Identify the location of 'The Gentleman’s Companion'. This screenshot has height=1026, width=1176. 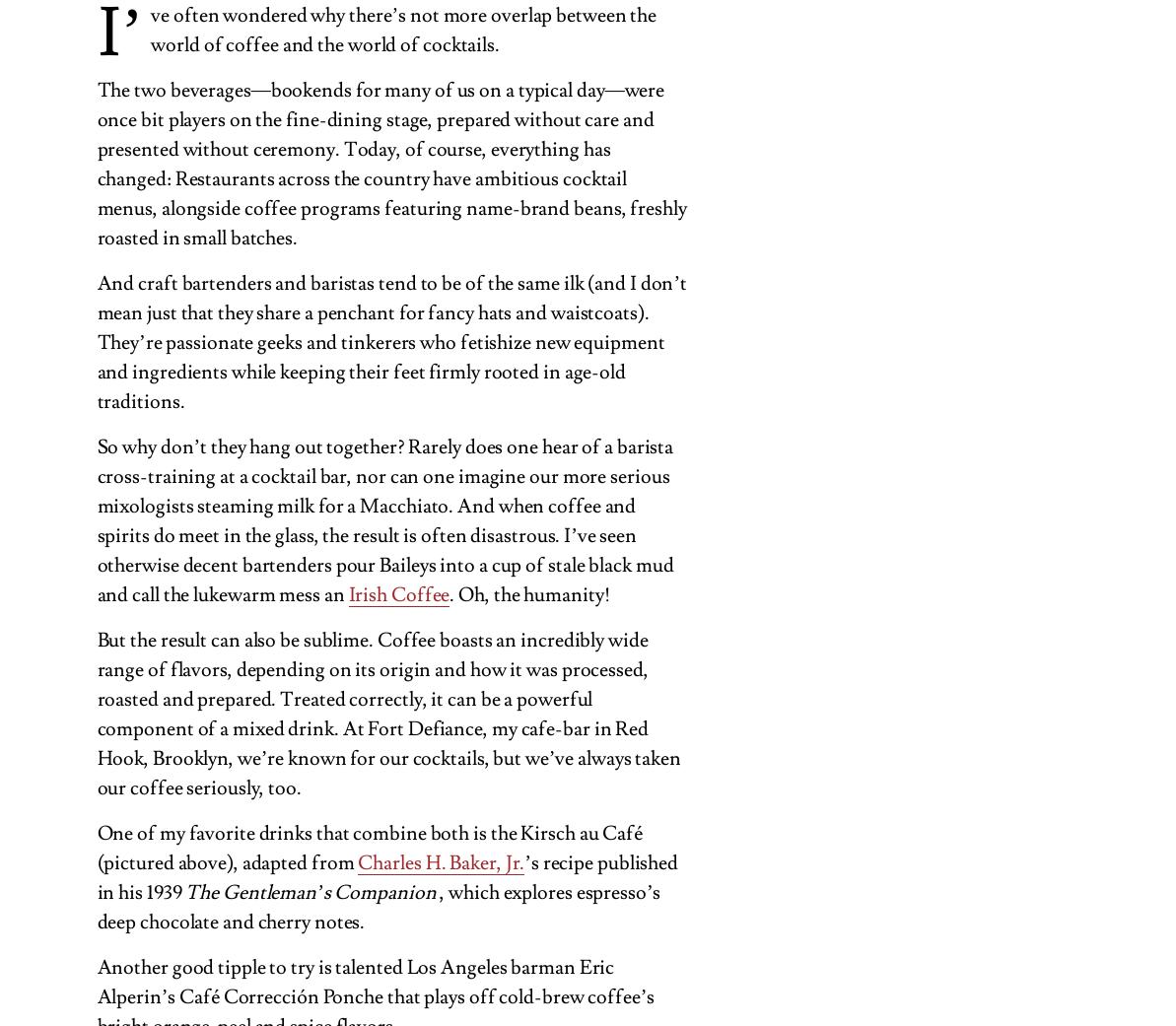
(309, 891).